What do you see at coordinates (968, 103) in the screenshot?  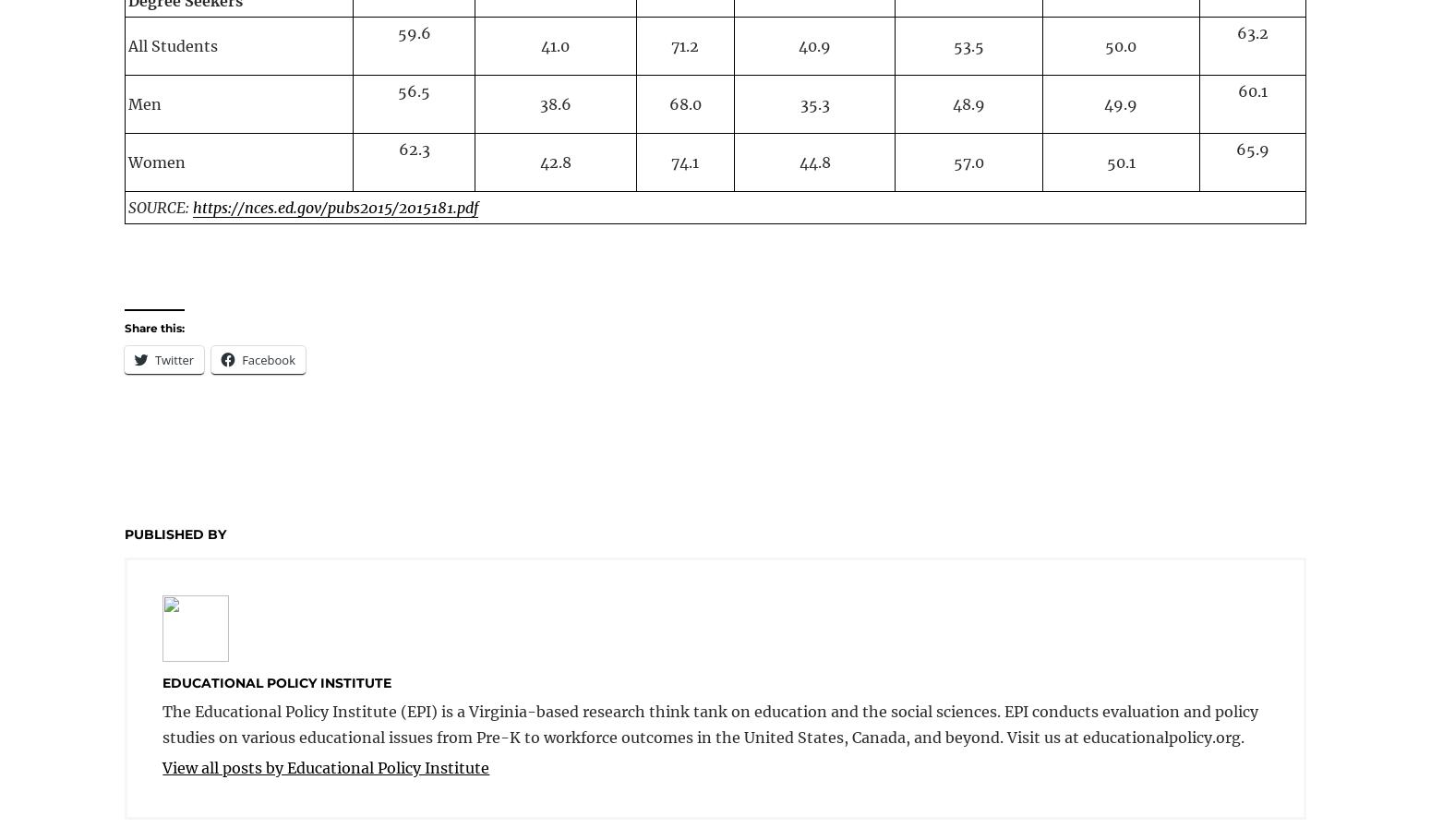 I see `'48.9'` at bounding box center [968, 103].